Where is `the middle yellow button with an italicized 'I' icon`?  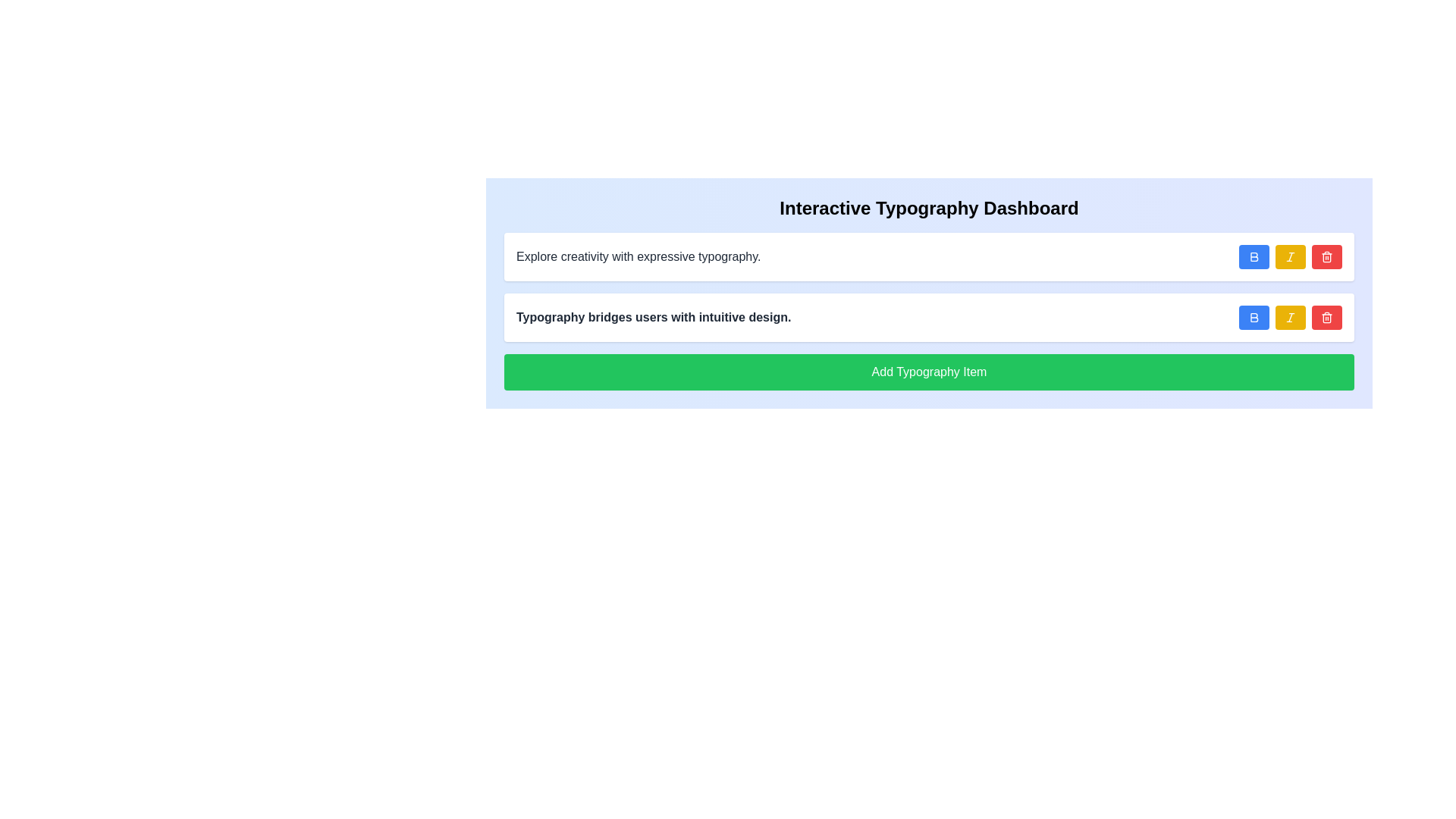 the middle yellow button with an italicized 'I' icon is located at coordinates (1290, 317).